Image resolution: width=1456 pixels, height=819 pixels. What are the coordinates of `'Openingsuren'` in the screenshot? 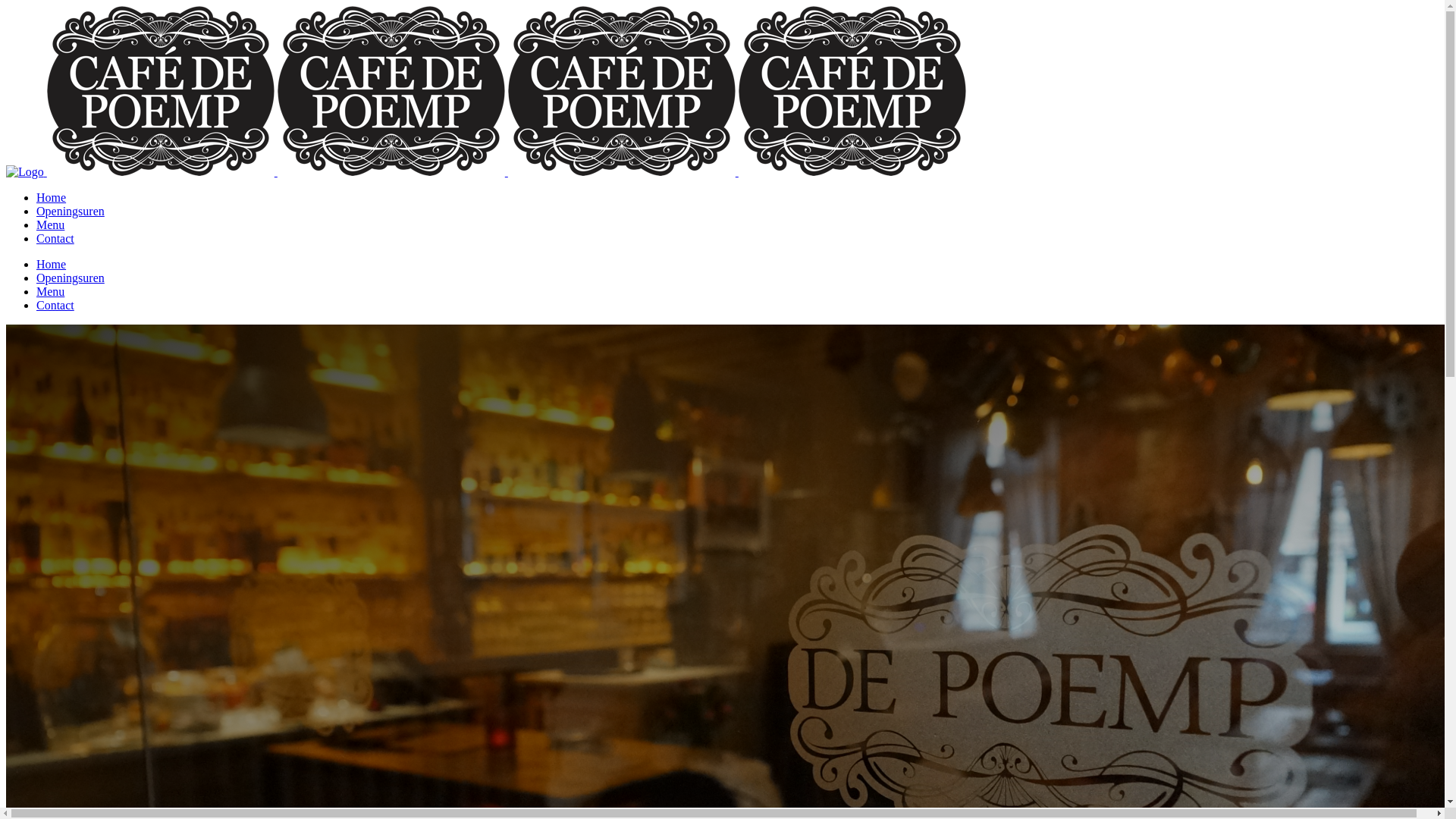 It's located at (69, 211).